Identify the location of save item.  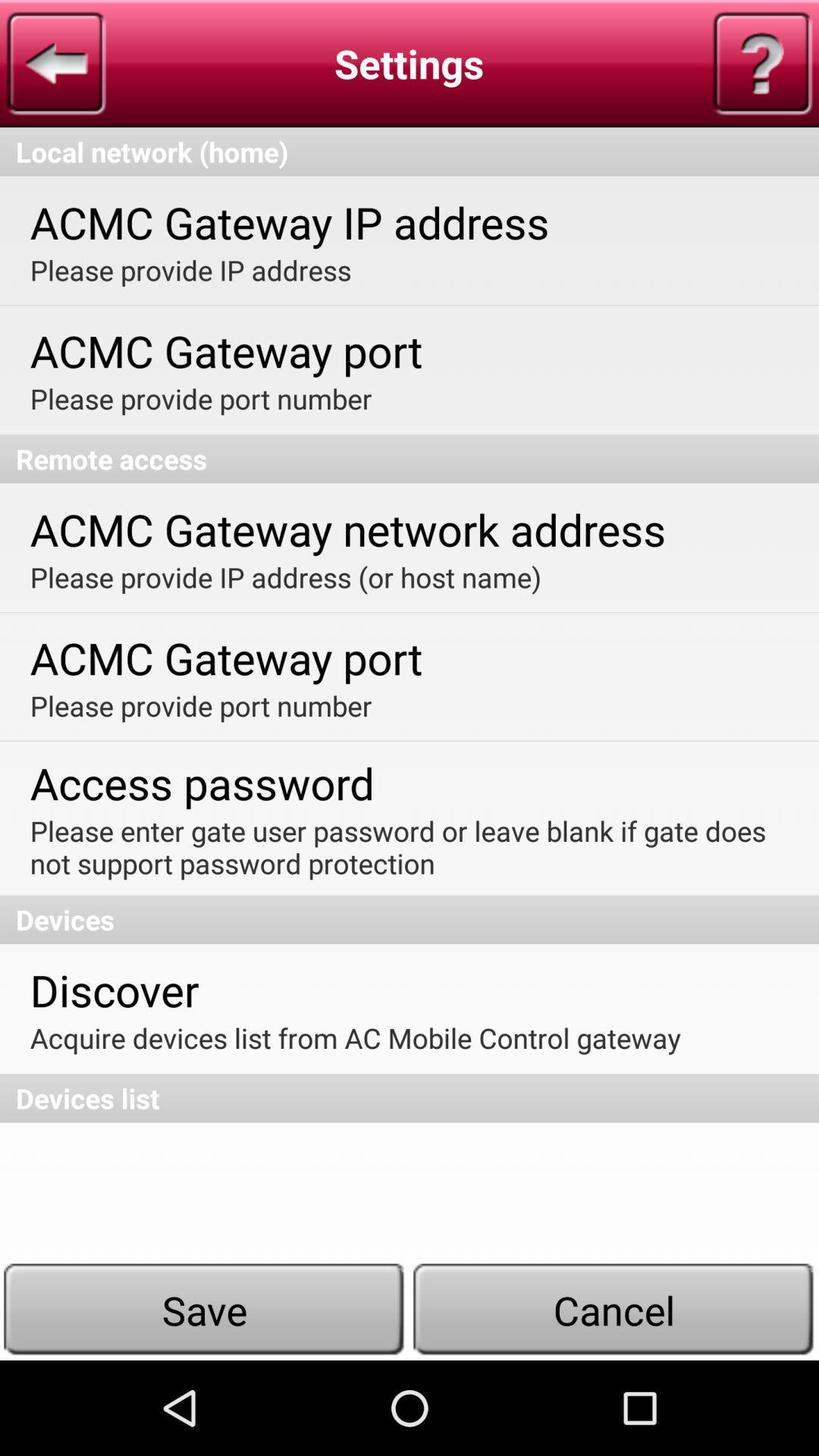
(205, 1309).